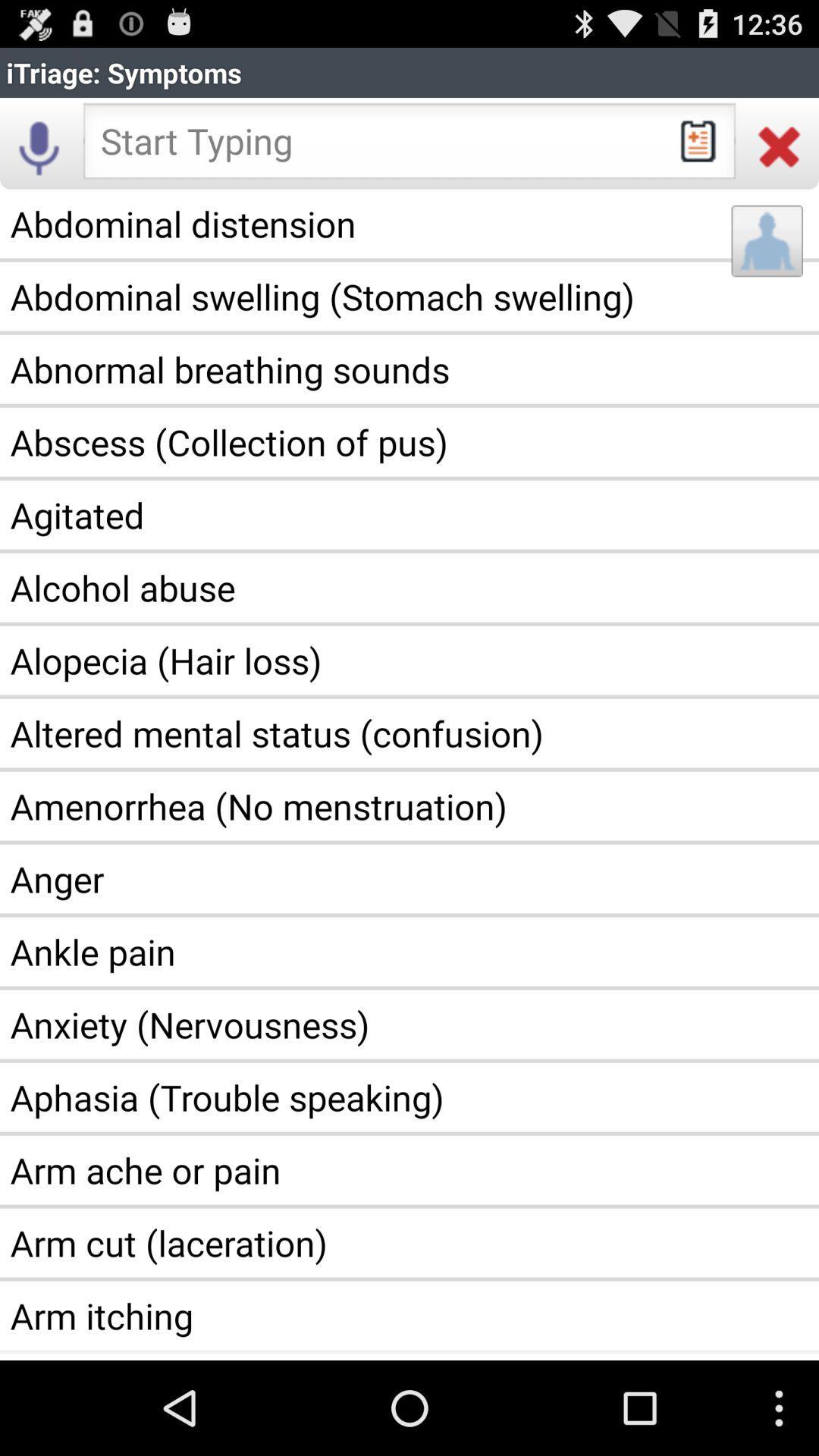 The image size is (819, 1456). What do you see at coordinates (39, 155) in the screenshot?
I see `the microphone icon` at bounding box center [39, 155].